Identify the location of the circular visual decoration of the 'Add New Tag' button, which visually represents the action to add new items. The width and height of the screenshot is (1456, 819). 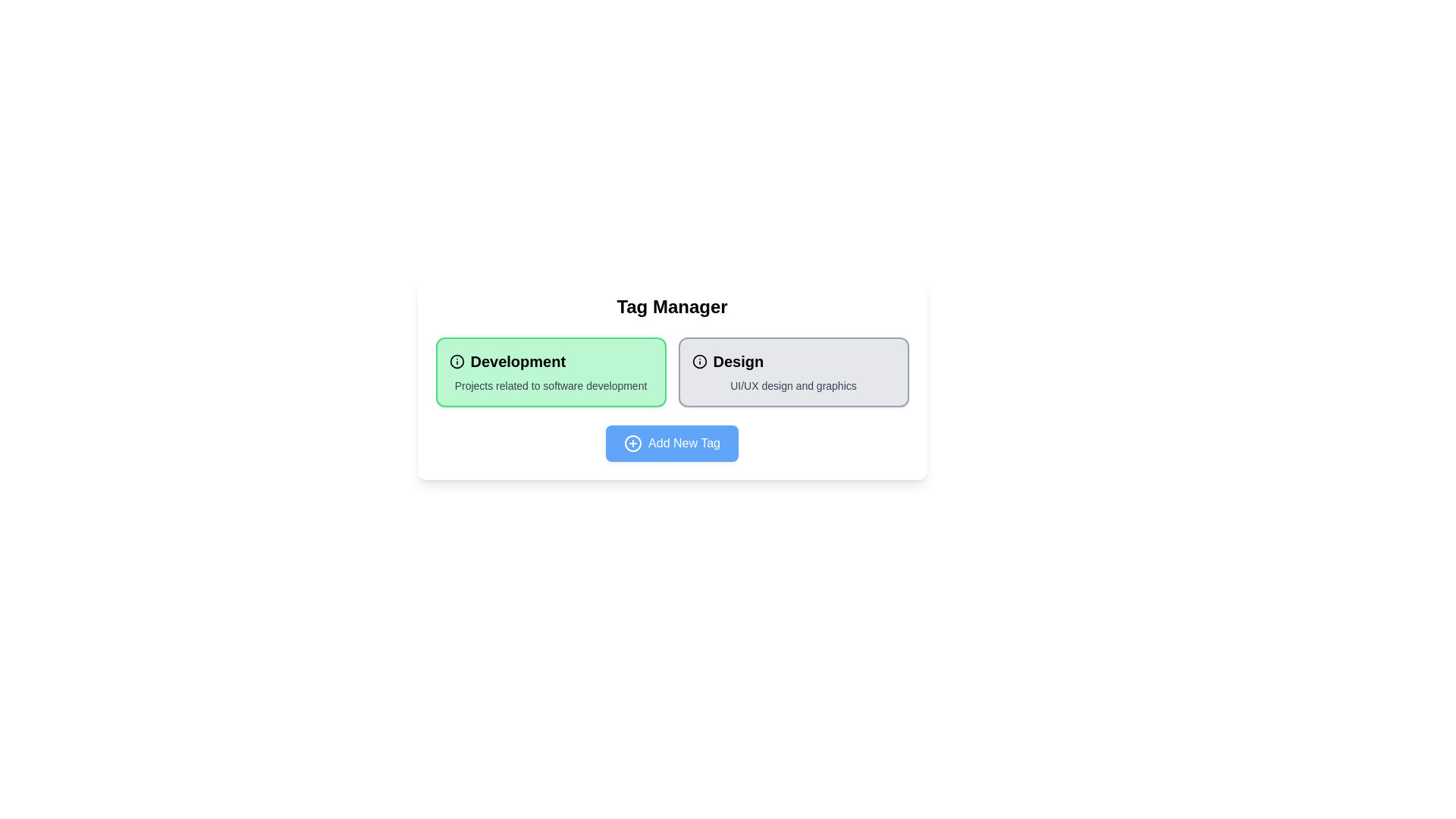
(633, 444).